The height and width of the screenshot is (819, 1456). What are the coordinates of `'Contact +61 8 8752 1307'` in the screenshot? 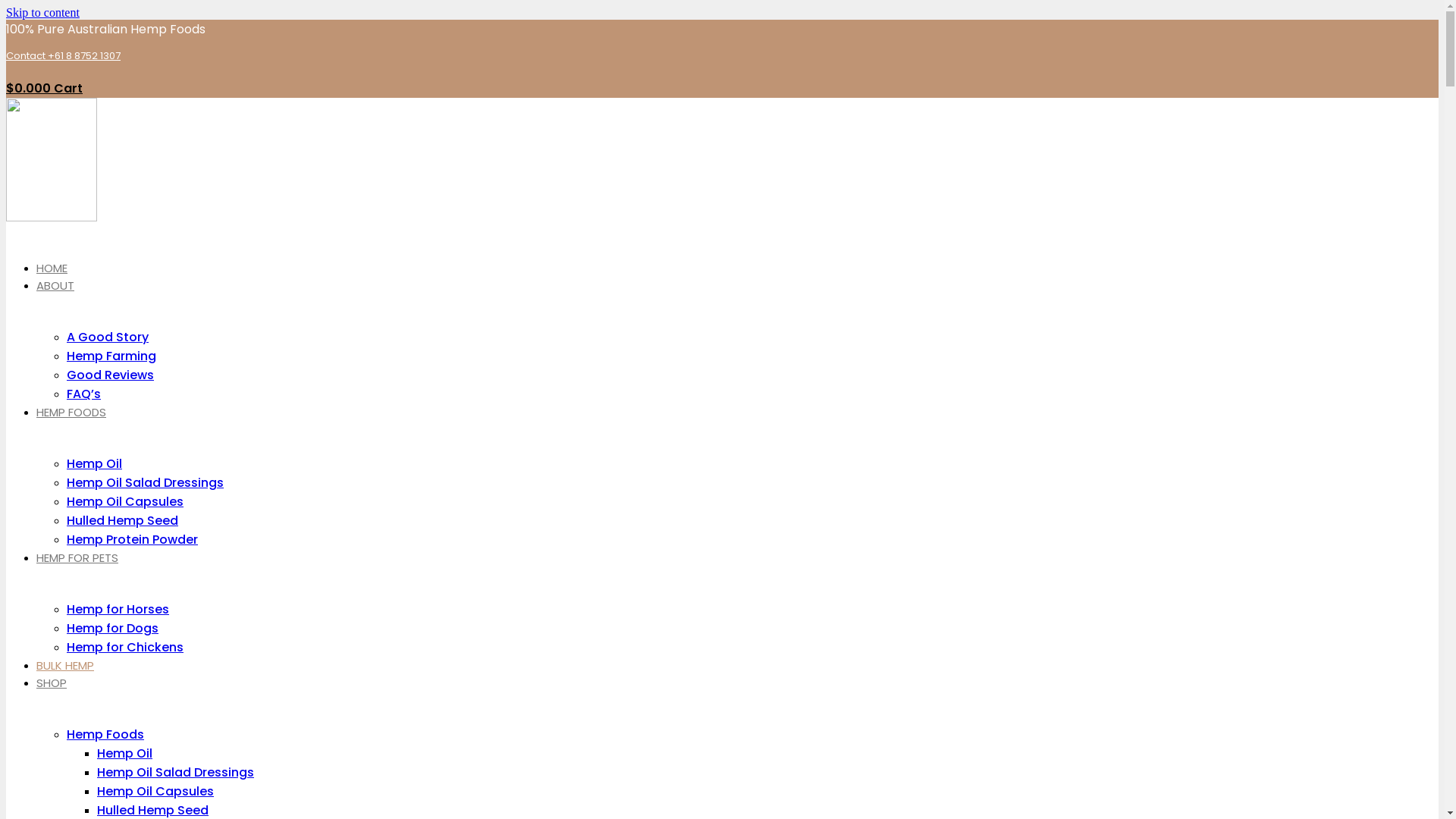 It's located at (6, 55).